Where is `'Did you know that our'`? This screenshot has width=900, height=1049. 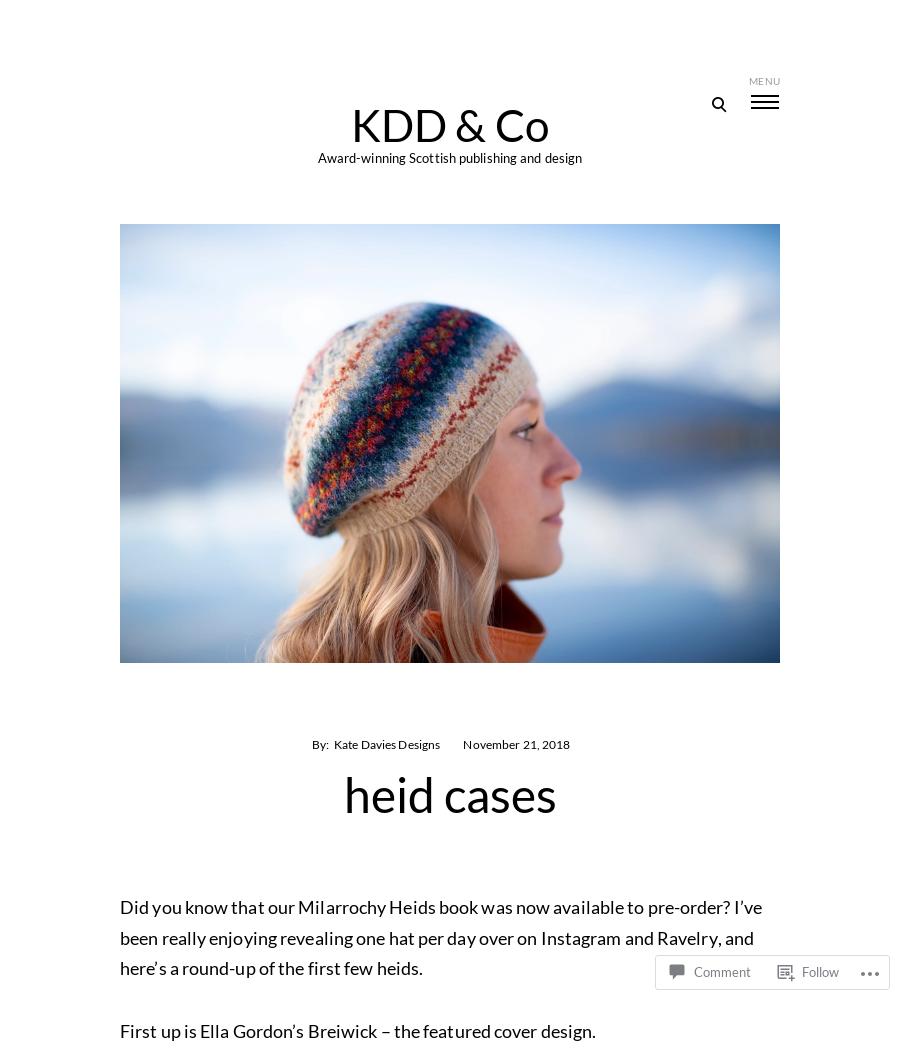
'Did you know that our' is located at coordinates (208, 905).